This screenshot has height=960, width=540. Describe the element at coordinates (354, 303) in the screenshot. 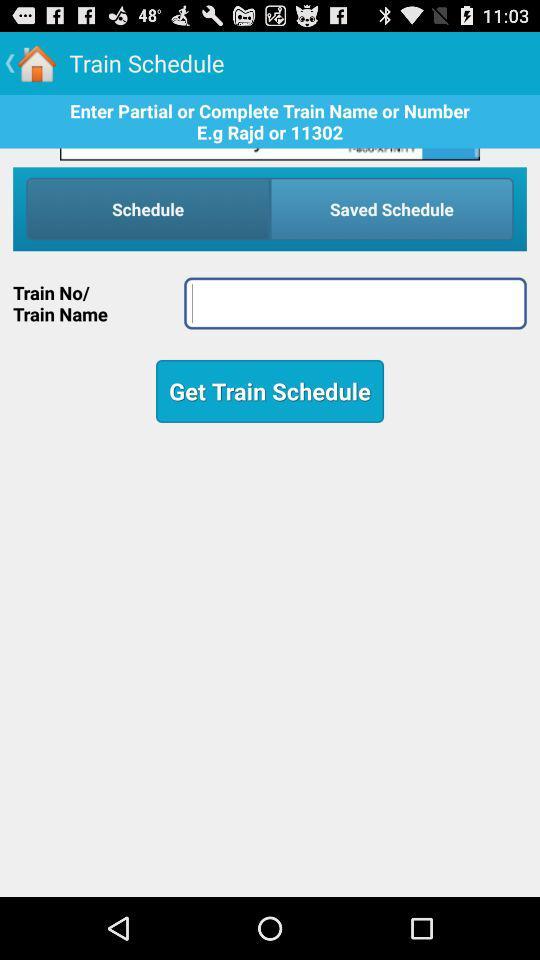

I see `train number or name` at that location.